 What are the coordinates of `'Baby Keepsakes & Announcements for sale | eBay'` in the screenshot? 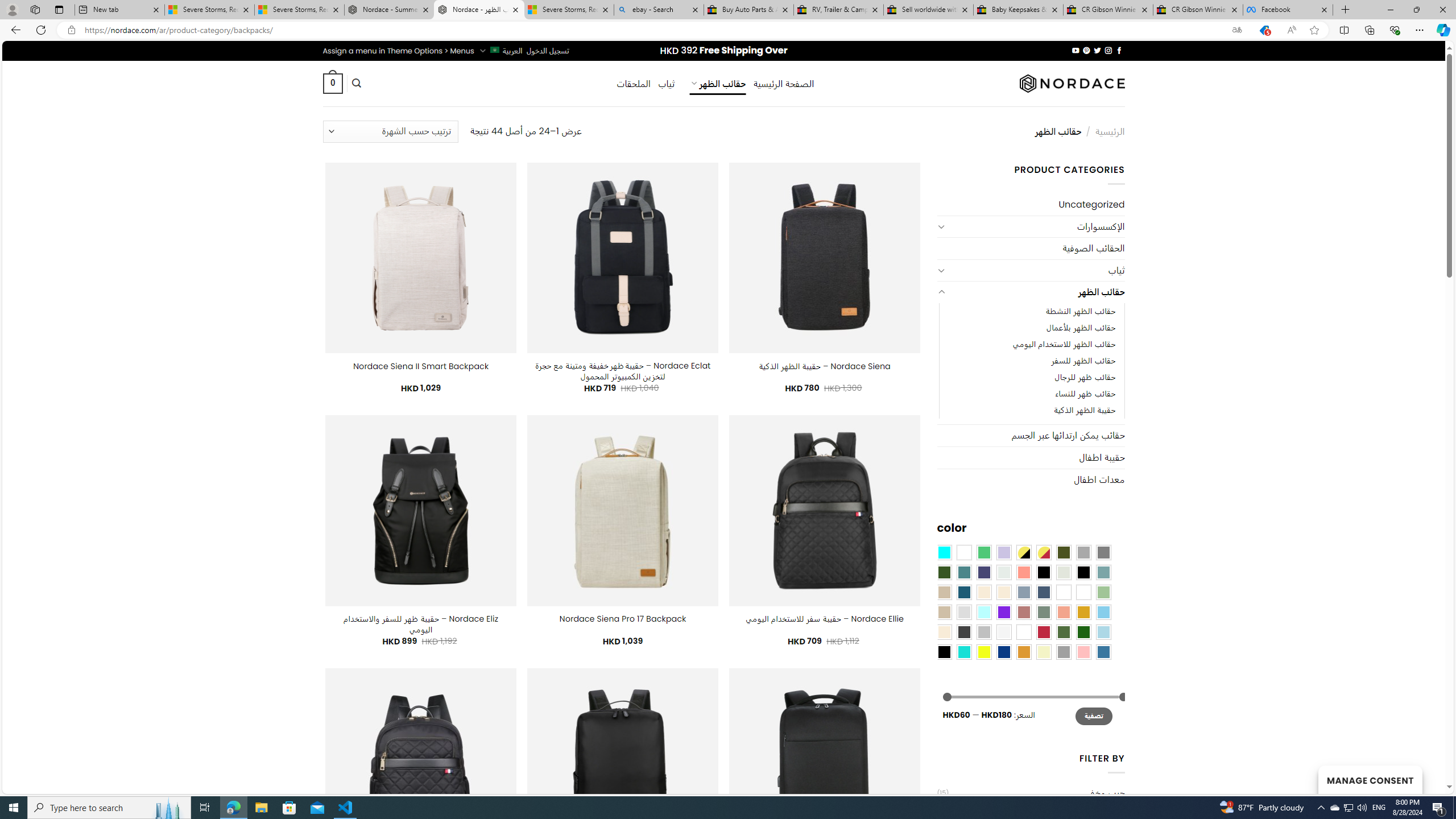 It's located at (1017, 9).